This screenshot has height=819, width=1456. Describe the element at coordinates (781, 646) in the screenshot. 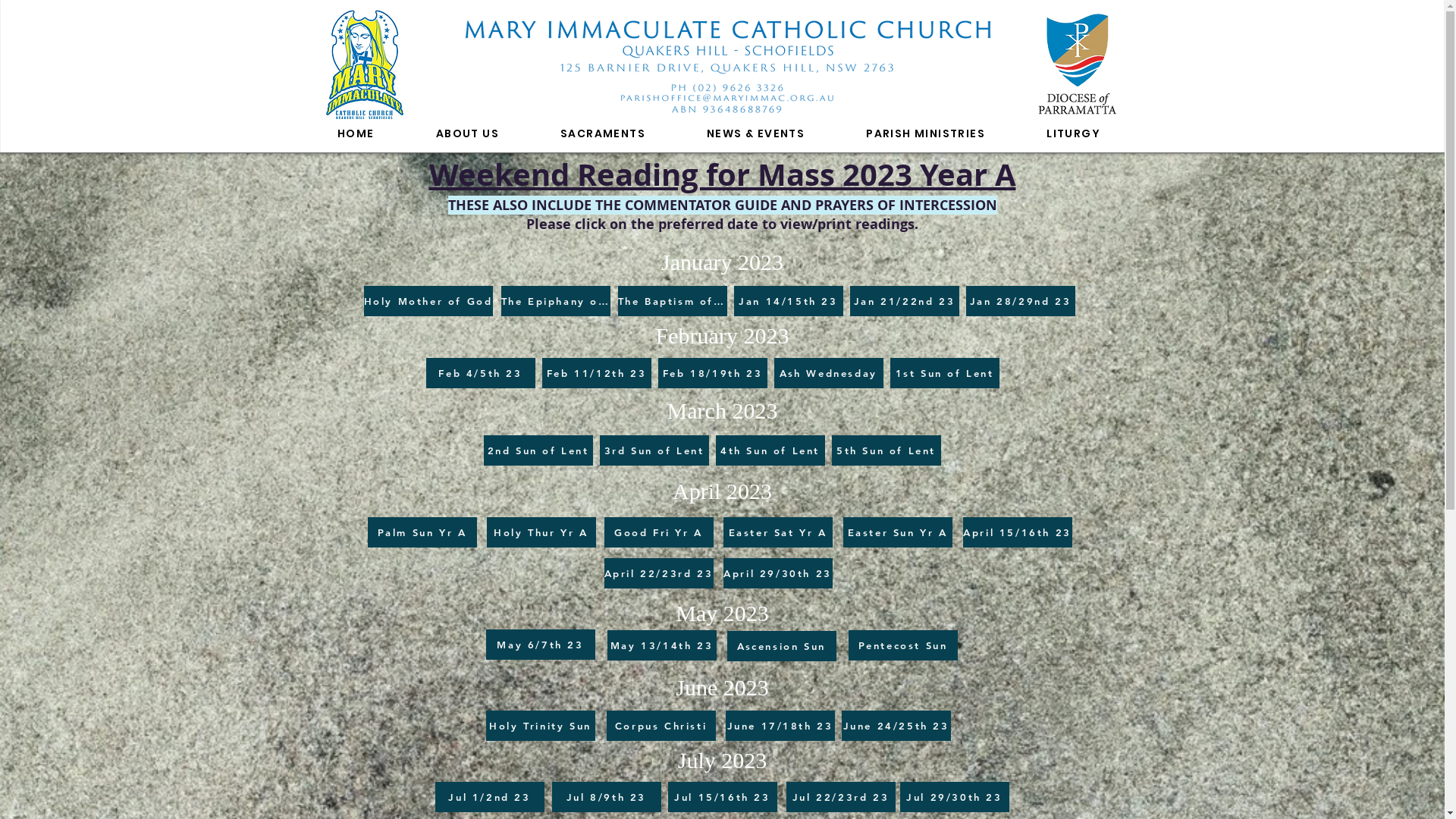

I see `'Ascension Sun'` at that location.